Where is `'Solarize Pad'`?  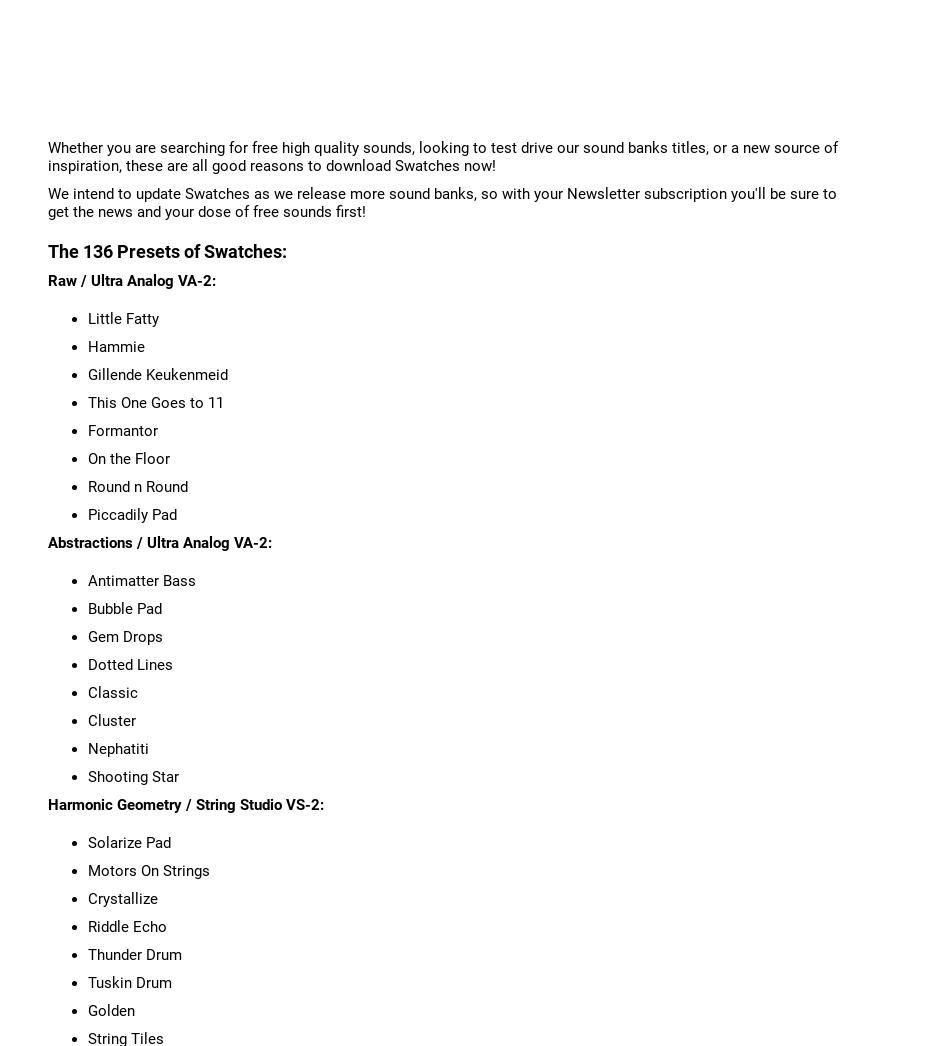 'Solarize Pad' is located at coordinates (128, 841).